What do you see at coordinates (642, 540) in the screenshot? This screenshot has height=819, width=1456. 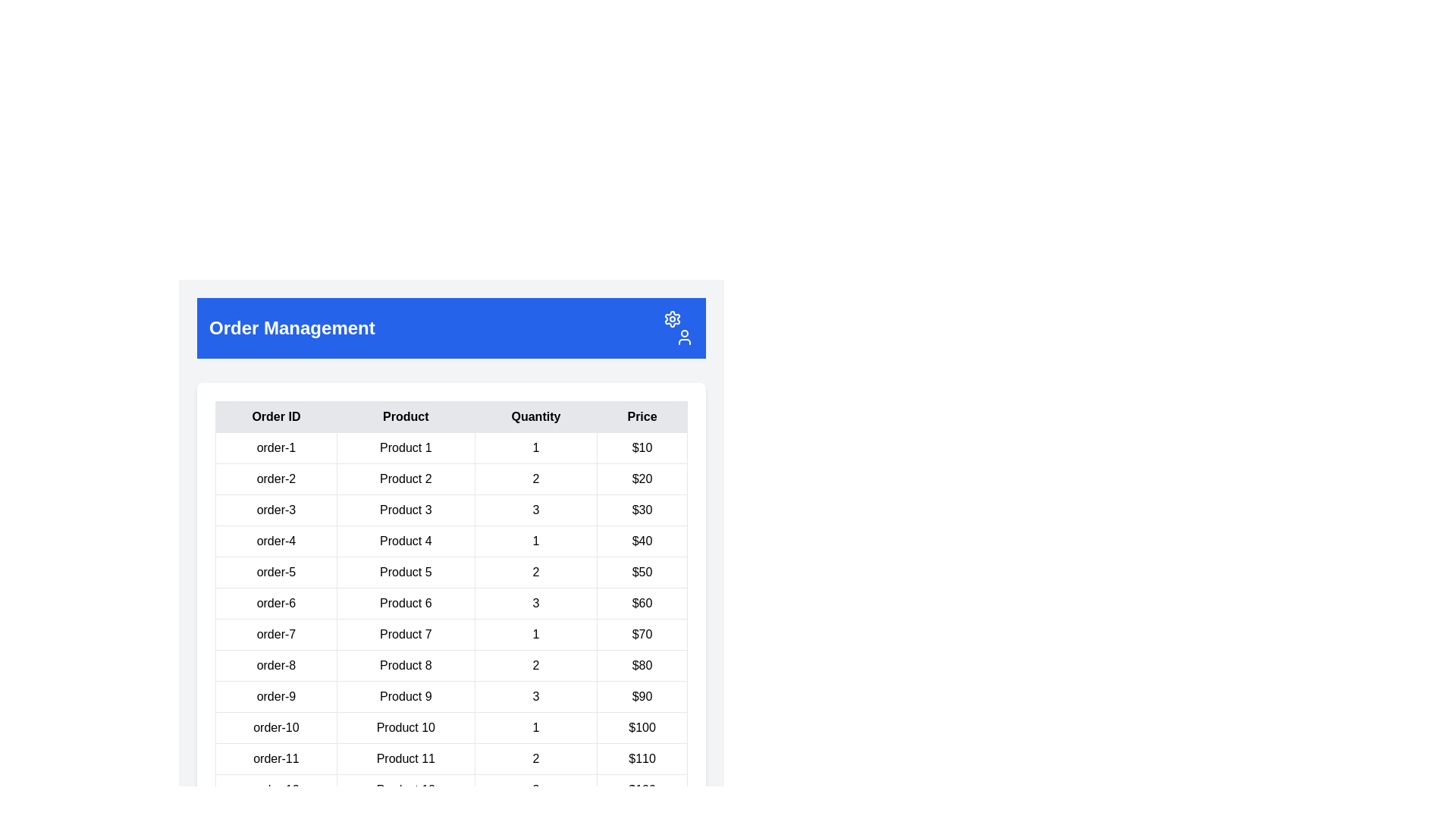 I see `the text field displaying the value '$40', located in the fourth row of a table under the 'Price' column` at bounding box center [642, 540].